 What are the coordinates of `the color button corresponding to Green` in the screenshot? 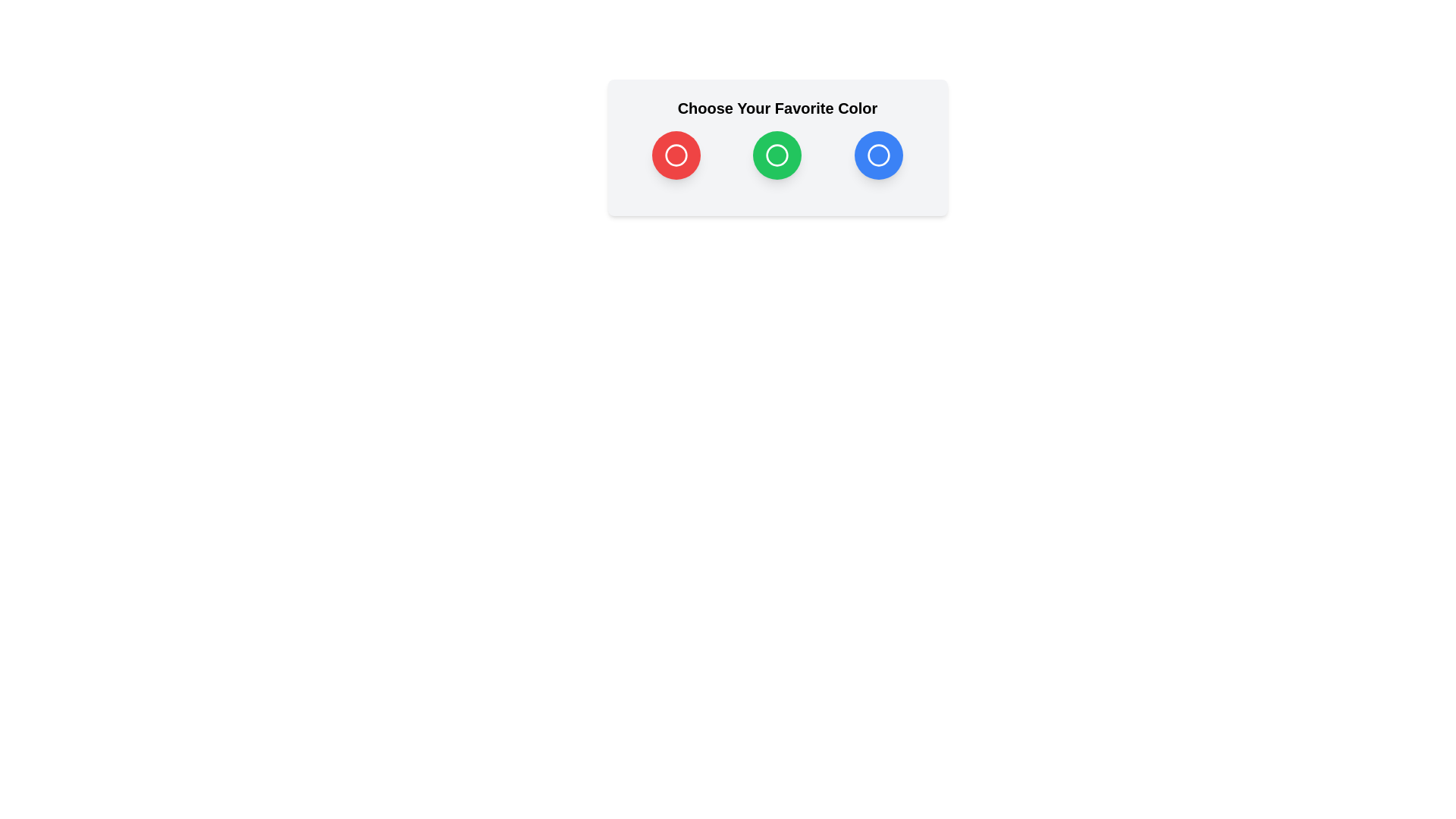 It's located at (777, 155).